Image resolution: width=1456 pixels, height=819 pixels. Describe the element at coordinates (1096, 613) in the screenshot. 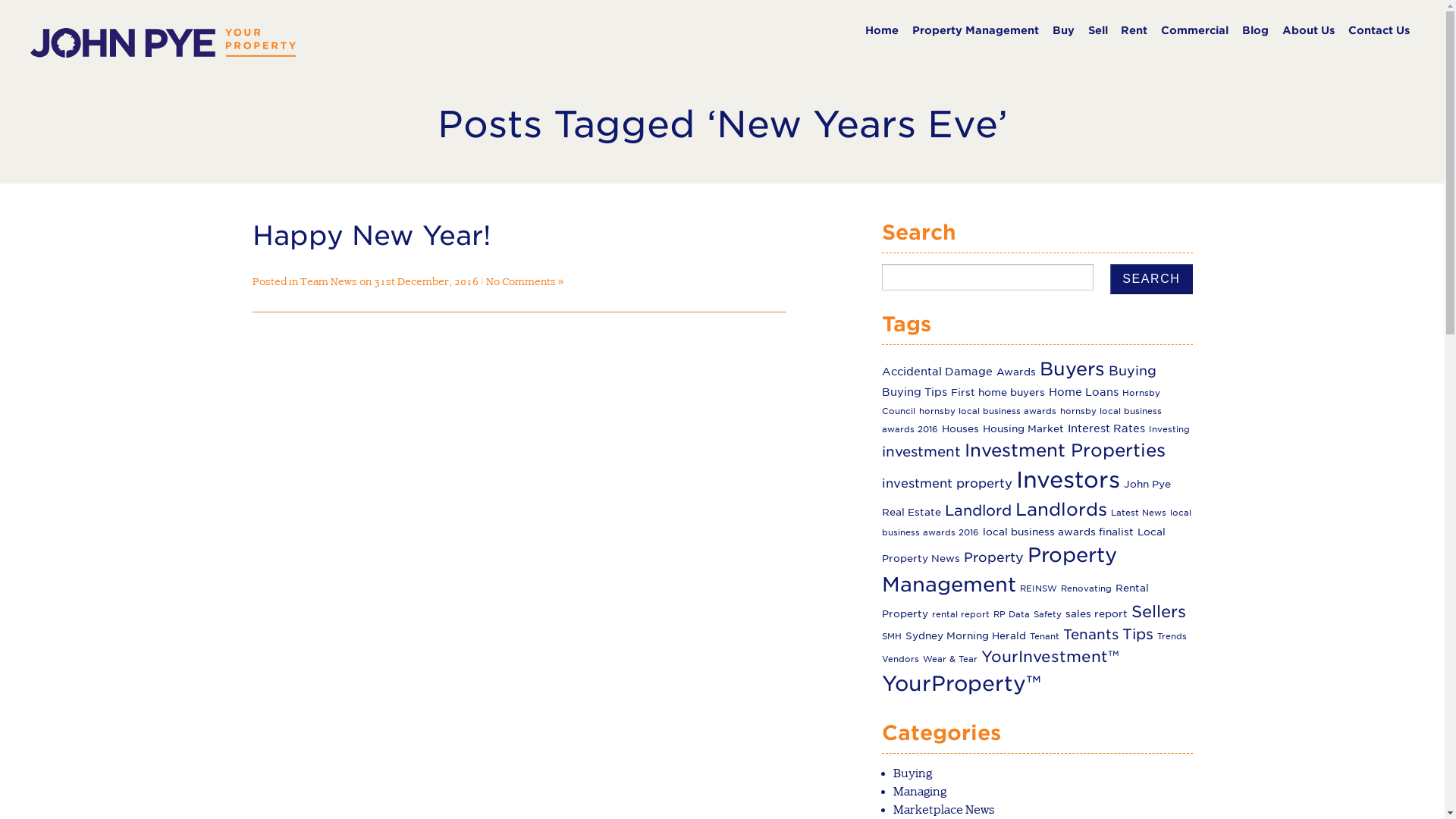

I see `'sales report'` at that location.